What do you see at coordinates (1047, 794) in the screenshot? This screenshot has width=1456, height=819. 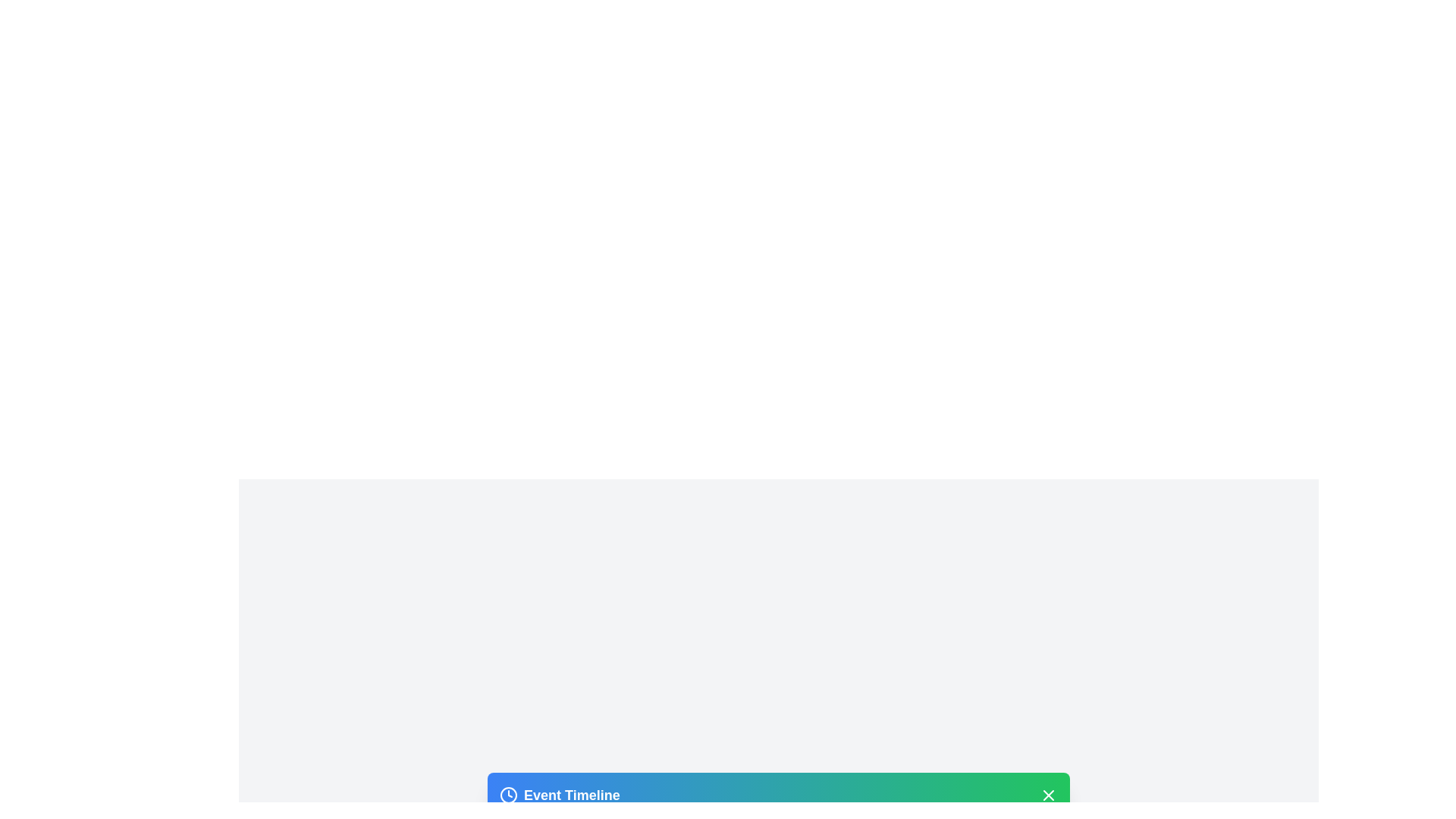 I see `the close button at the top-right corner of the MultimediaDialog` at bounding box center [1047, 794].